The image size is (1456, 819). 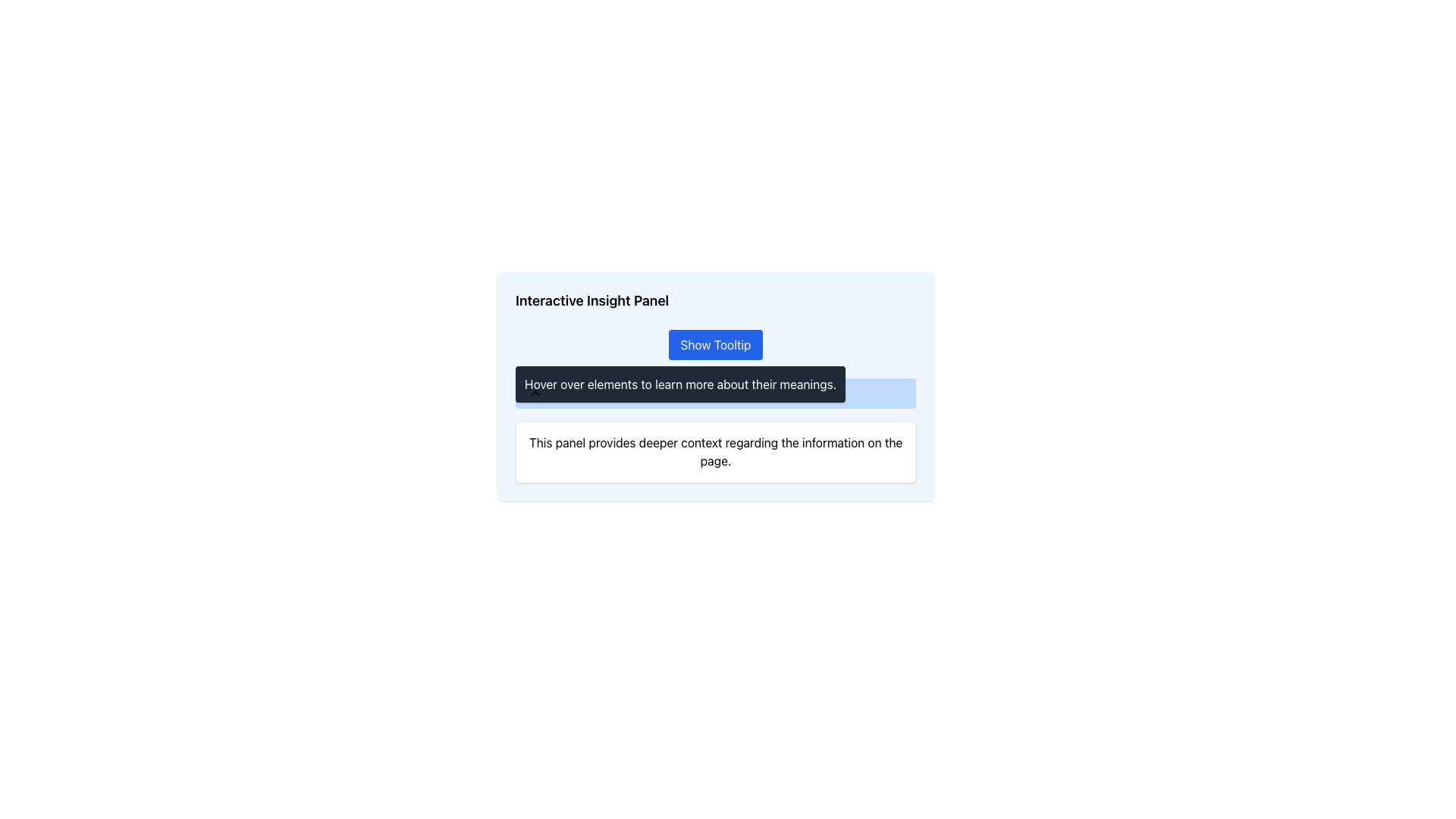 What do you see at coordinates (679, 383) in the screenshot?
I see `the tooltip or informative text box located below the 'Show Tooltip' button, which provides additional information when interacted with` at bounding box center [679, 383].